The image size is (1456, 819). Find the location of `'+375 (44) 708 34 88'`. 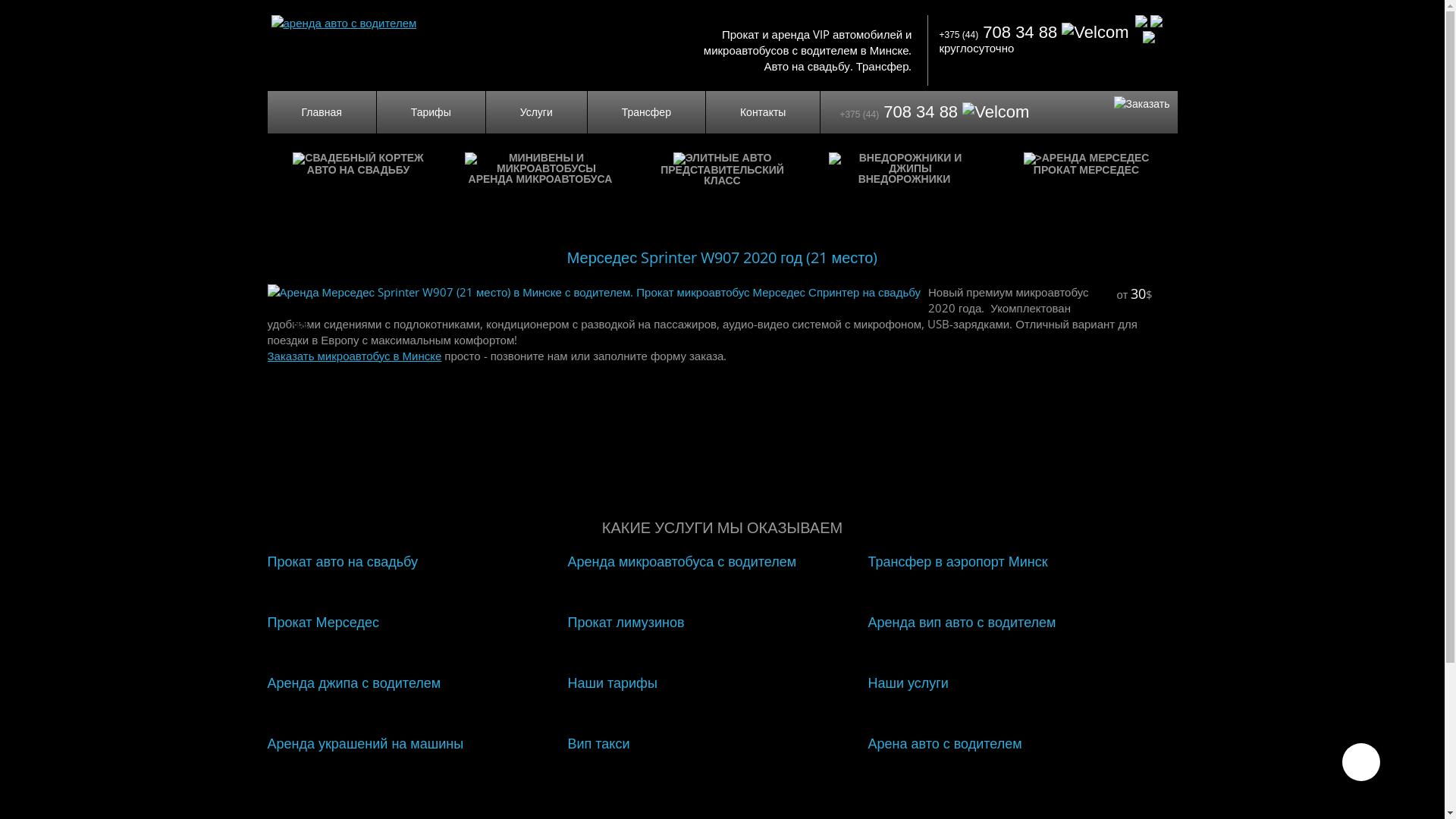

'+375 (44) 708 34 88' is located at coordinates (1033, 32).